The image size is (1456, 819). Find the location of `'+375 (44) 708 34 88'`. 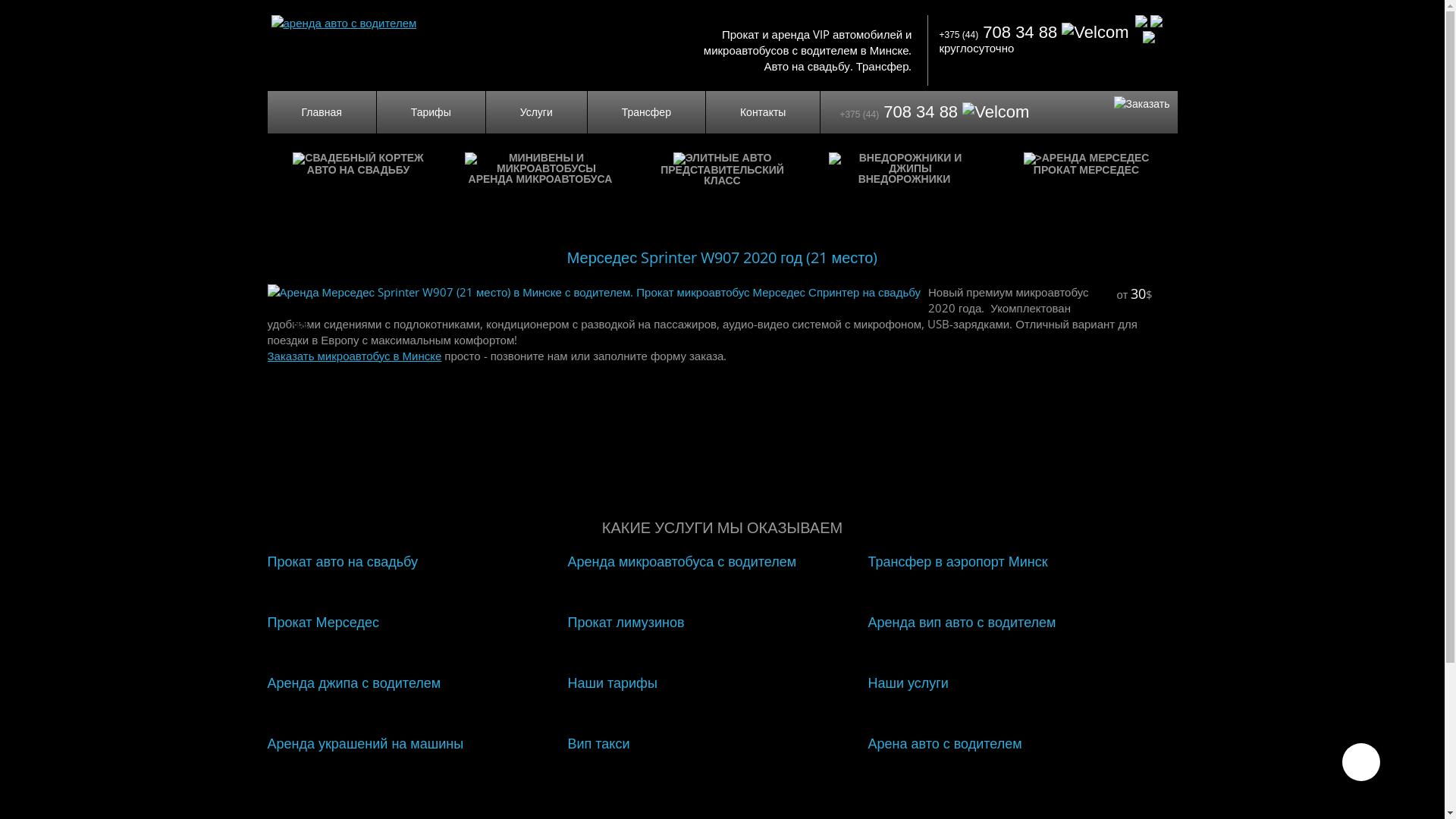

'+375 (44) 708 34 88' is located at coordinates (1033, 32).